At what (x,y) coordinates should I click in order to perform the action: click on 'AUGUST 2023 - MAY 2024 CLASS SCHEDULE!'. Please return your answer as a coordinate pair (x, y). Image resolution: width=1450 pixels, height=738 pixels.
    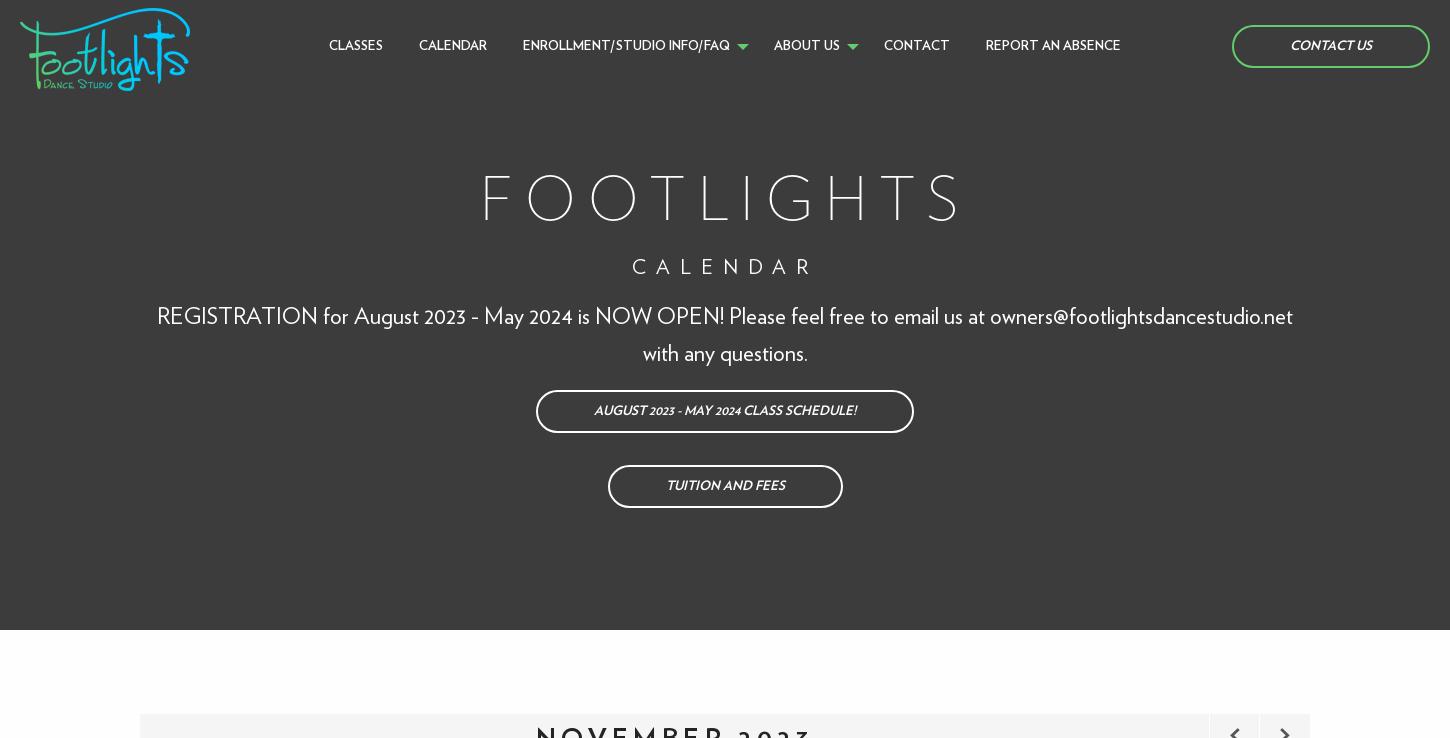
    Looking at the image, I should click on (594, 410).